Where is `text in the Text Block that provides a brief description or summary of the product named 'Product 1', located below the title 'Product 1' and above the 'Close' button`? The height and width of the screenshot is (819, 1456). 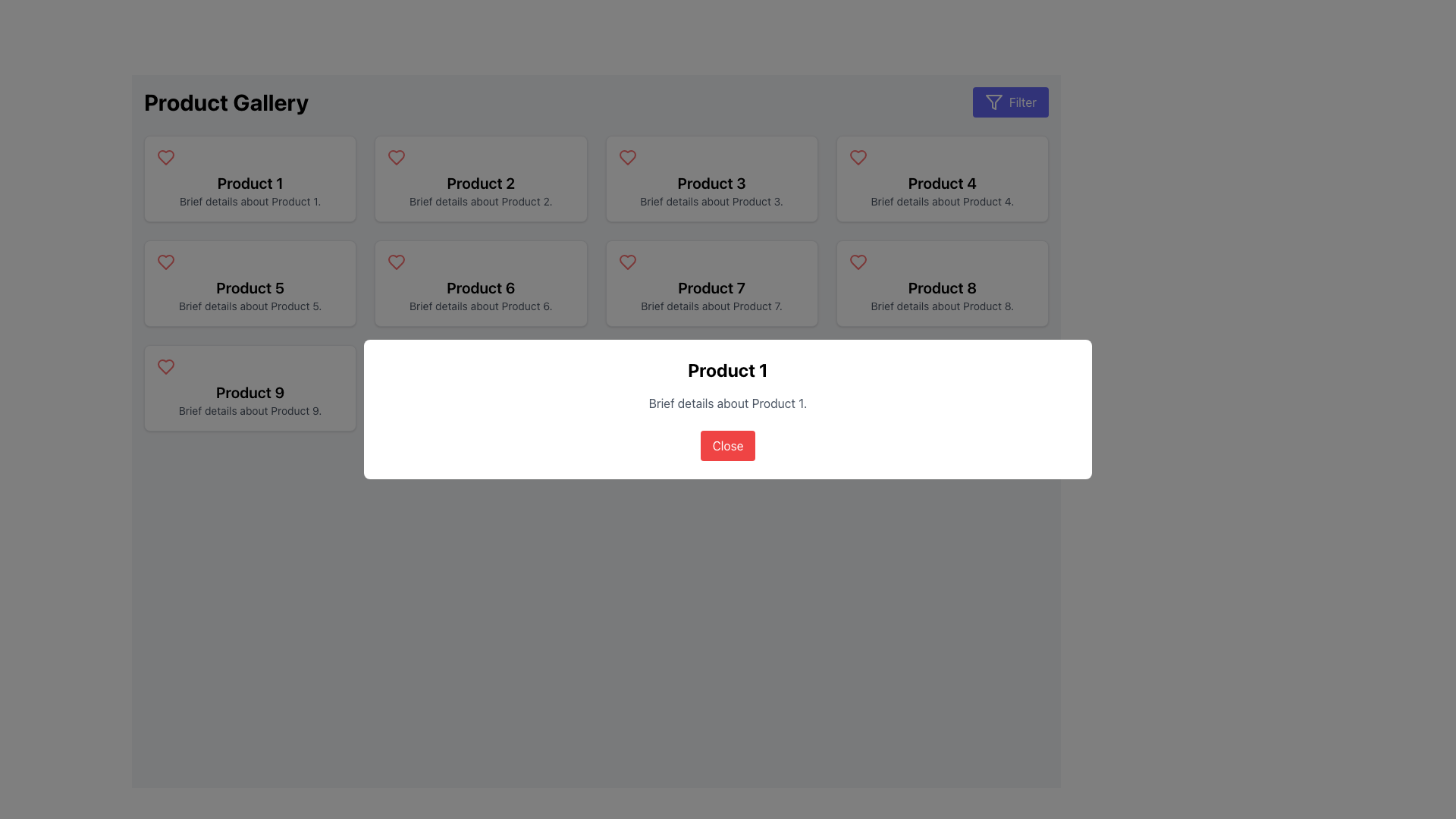 text in the Text Block that provides a brief description or summary of the product named 'Product 1', located below the title 'Product 1' and above the 'Close' button is located at coordinates (728, 403).